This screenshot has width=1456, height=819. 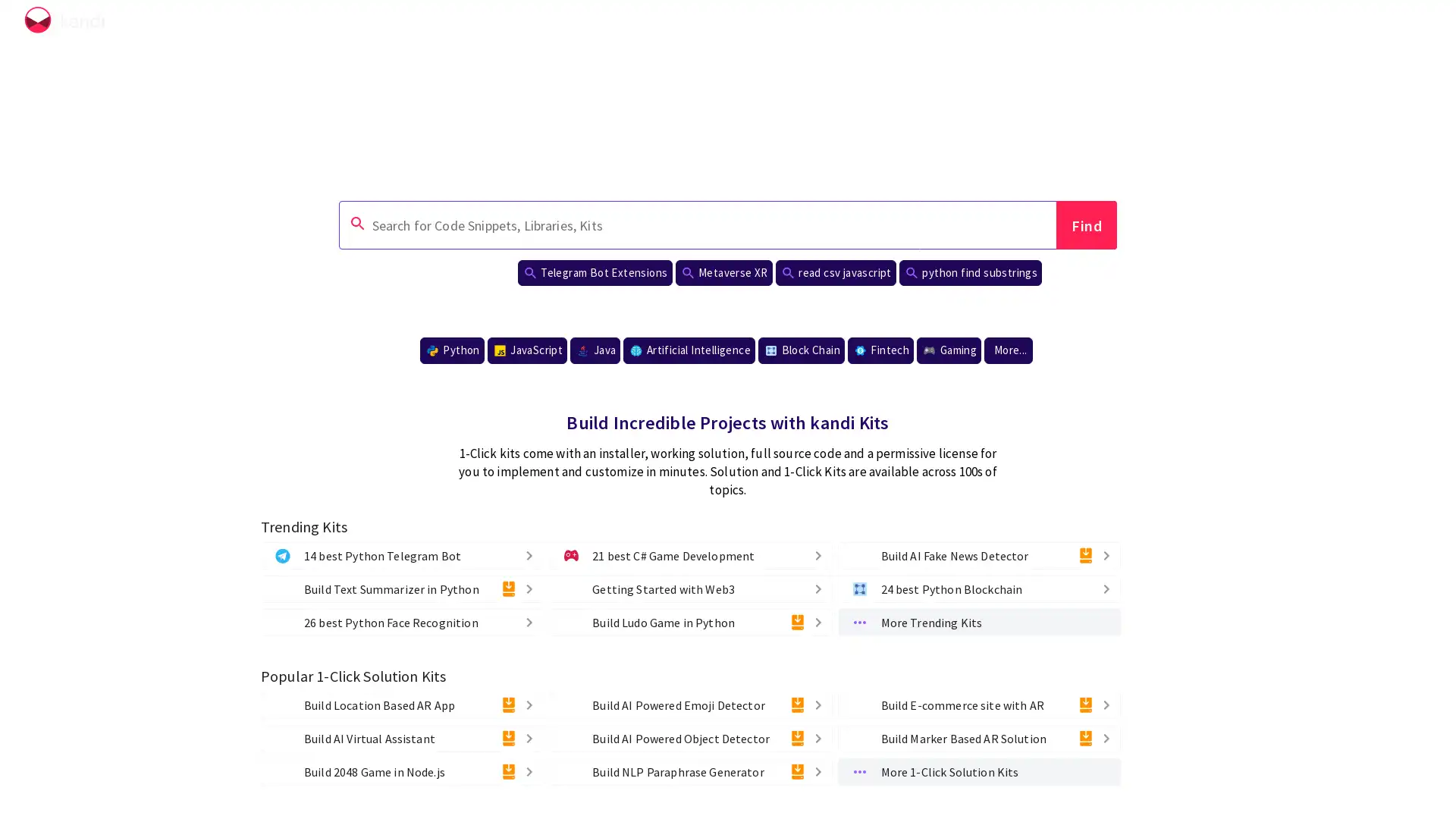 What do you see at coordinates (689, 736) in the screenshot?
I see `object-detection-kit Build AI Powered Object Detector` at bounding box center [689, 736].